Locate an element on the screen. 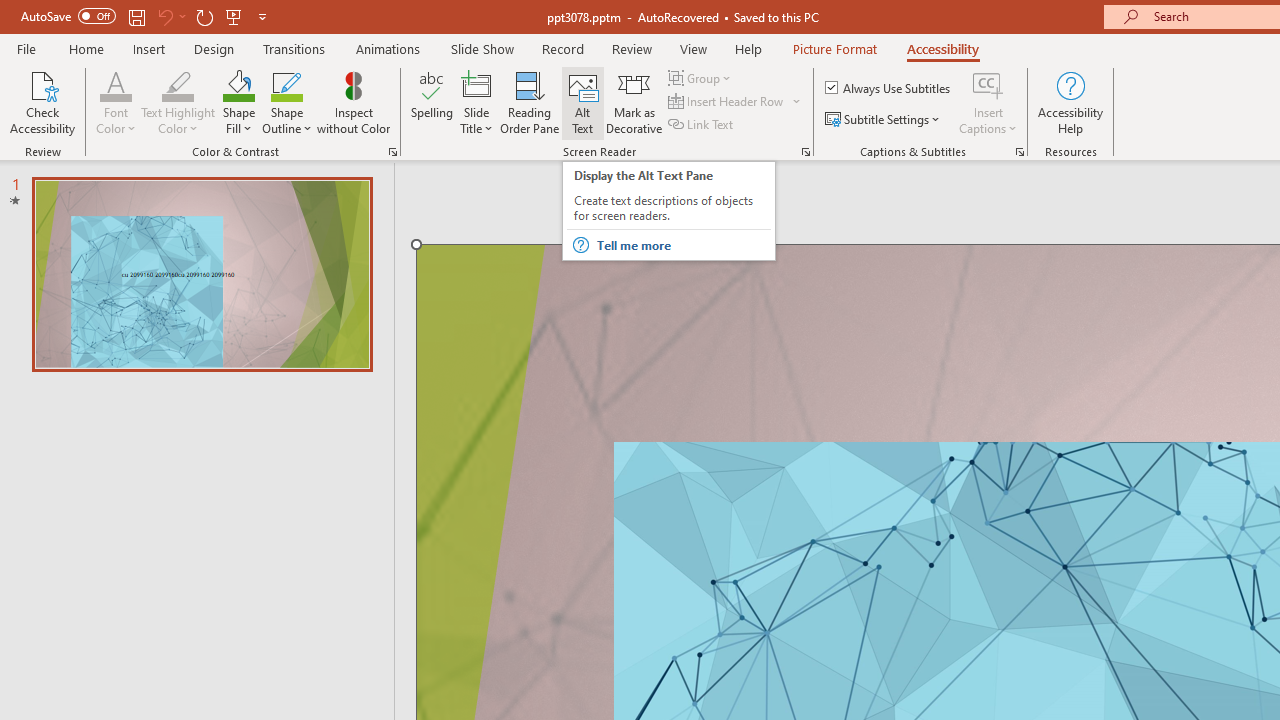 The image size is (1280, 720). 'Always Use Subtitles' is located at coordinates (888, 86).